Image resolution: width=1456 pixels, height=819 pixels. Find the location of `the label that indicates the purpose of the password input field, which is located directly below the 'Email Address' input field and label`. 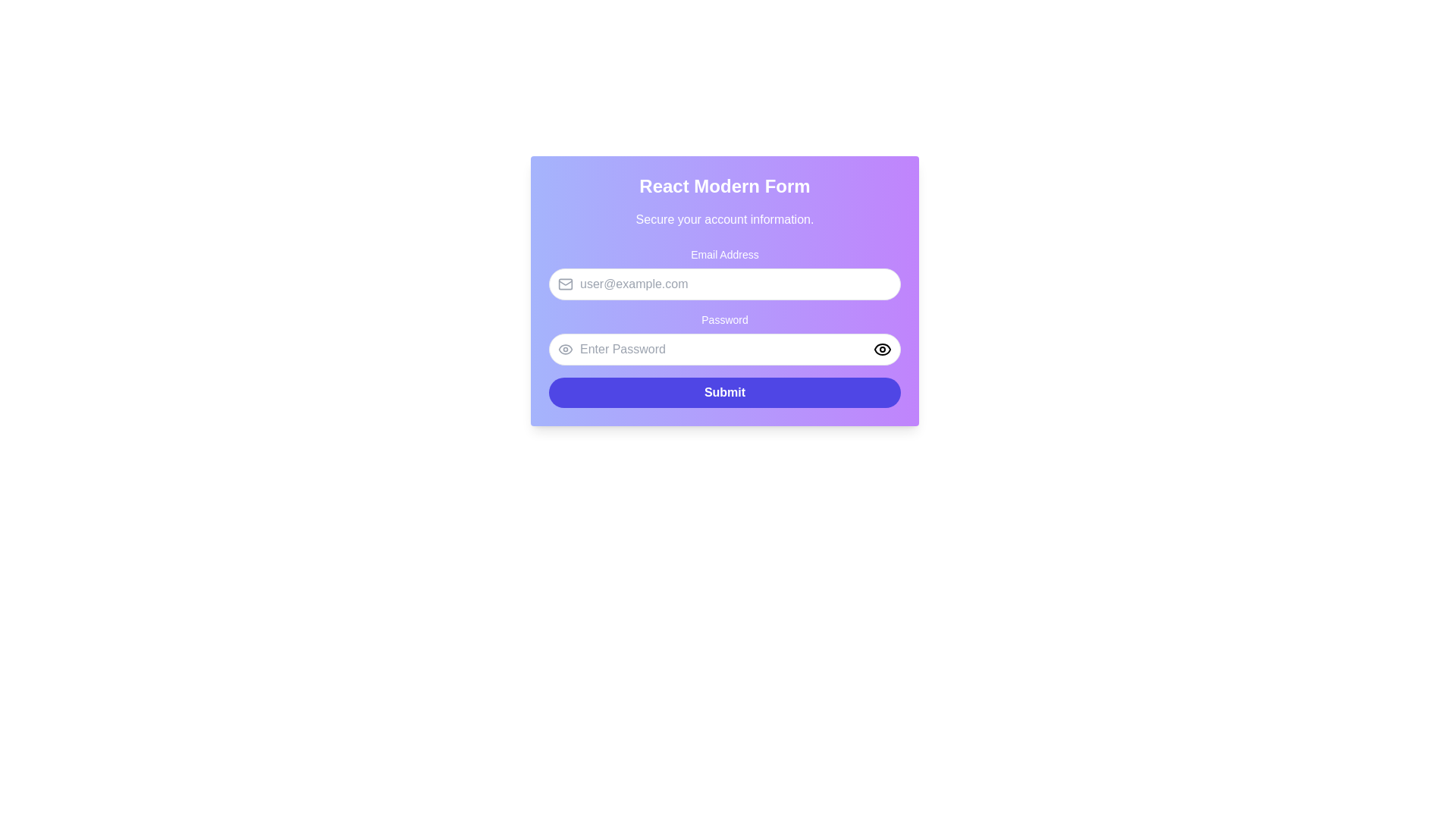

the label that indicates the purpose of the password input field, which is located directly below the 'Email Address' input field and label is located at coordinates (723, 318).